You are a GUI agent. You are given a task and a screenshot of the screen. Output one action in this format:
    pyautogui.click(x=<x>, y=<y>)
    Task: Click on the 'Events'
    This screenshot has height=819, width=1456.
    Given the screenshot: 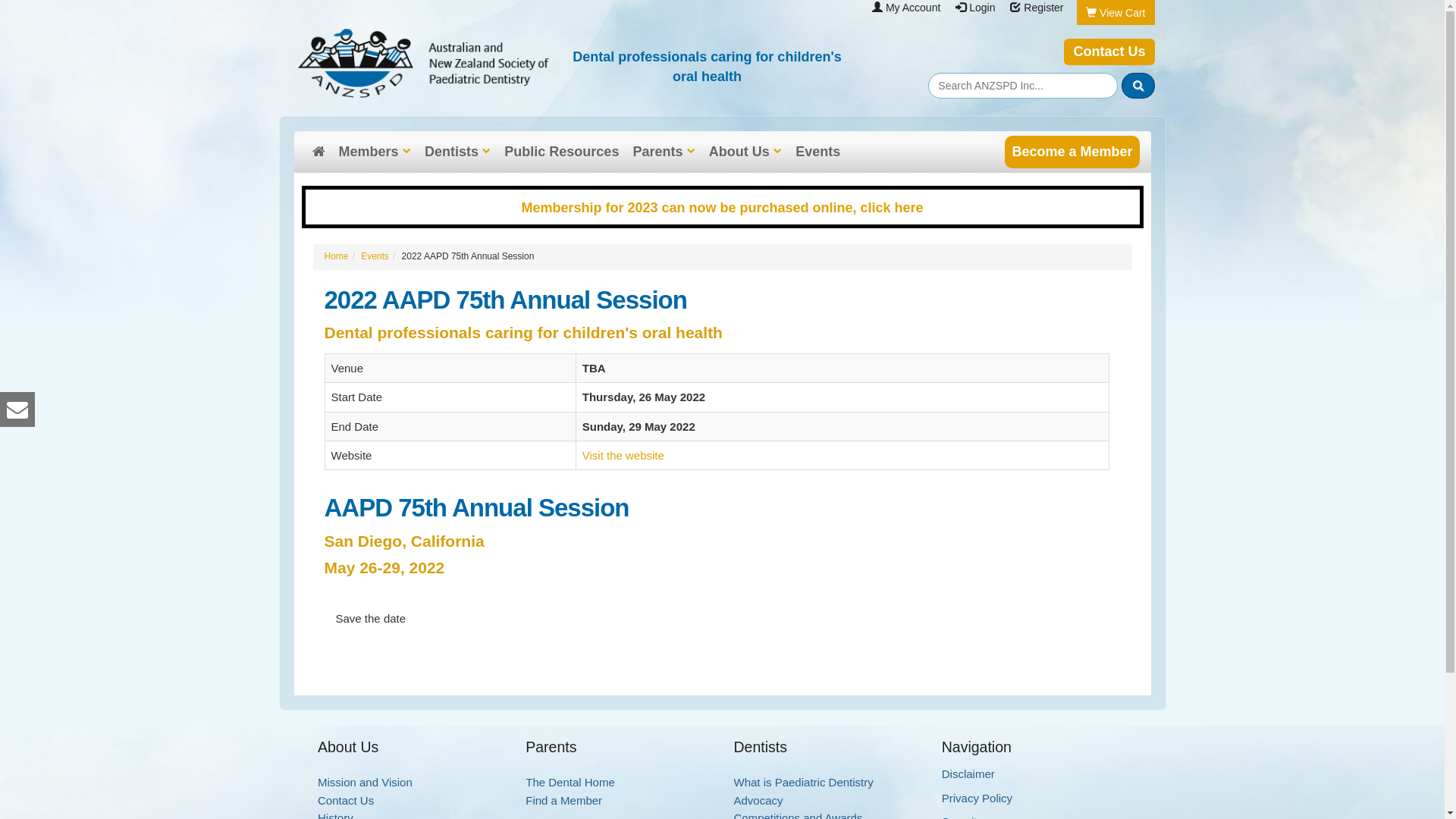 What is the action you would take?
    pyautogui.click(x=359, y=256)
    